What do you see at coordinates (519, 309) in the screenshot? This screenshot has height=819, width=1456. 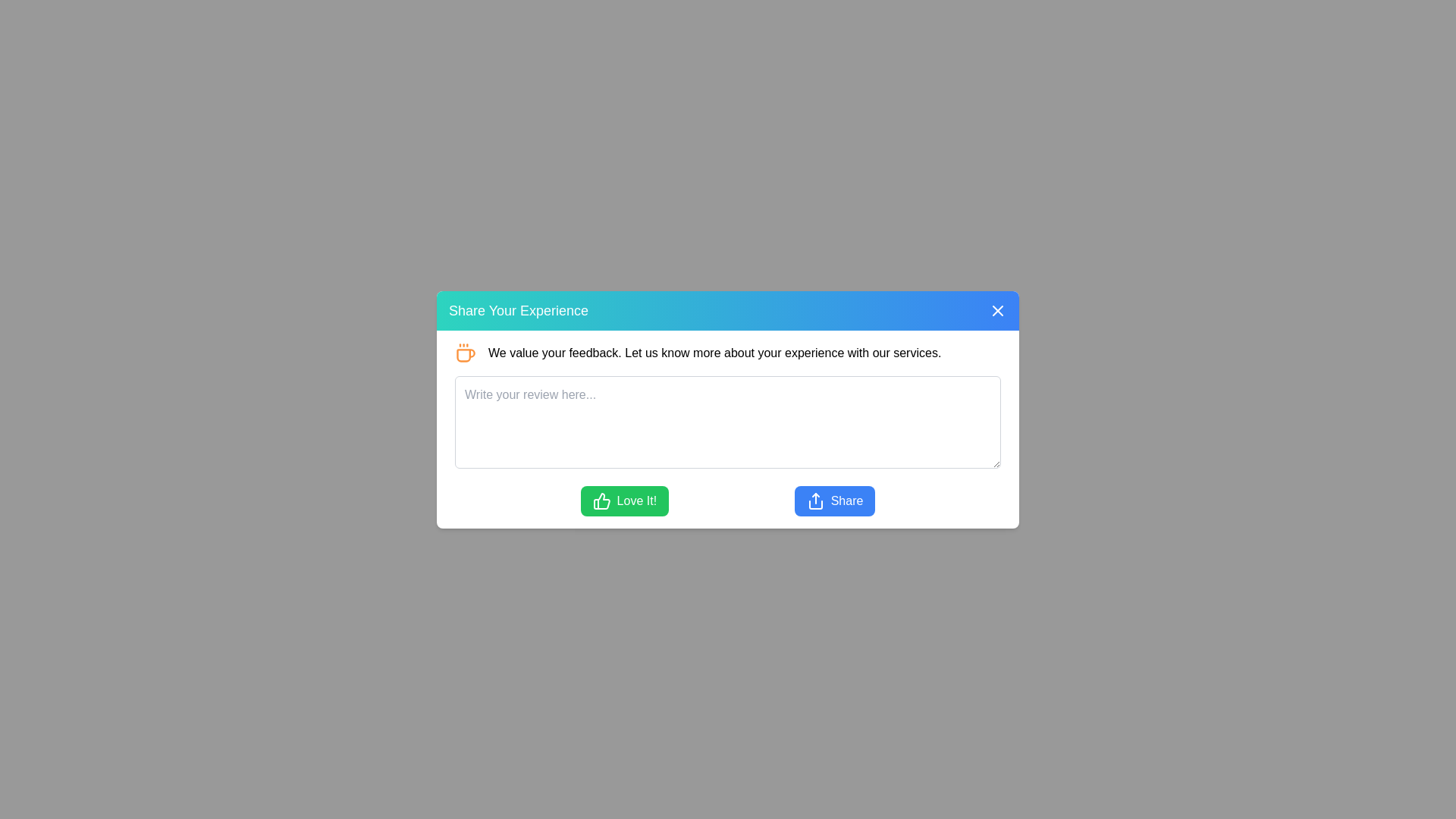 I see `the text label that serves as the title for the dialog, indicating the purpose of sharing the user's experience` at bounding box center [519, 309].